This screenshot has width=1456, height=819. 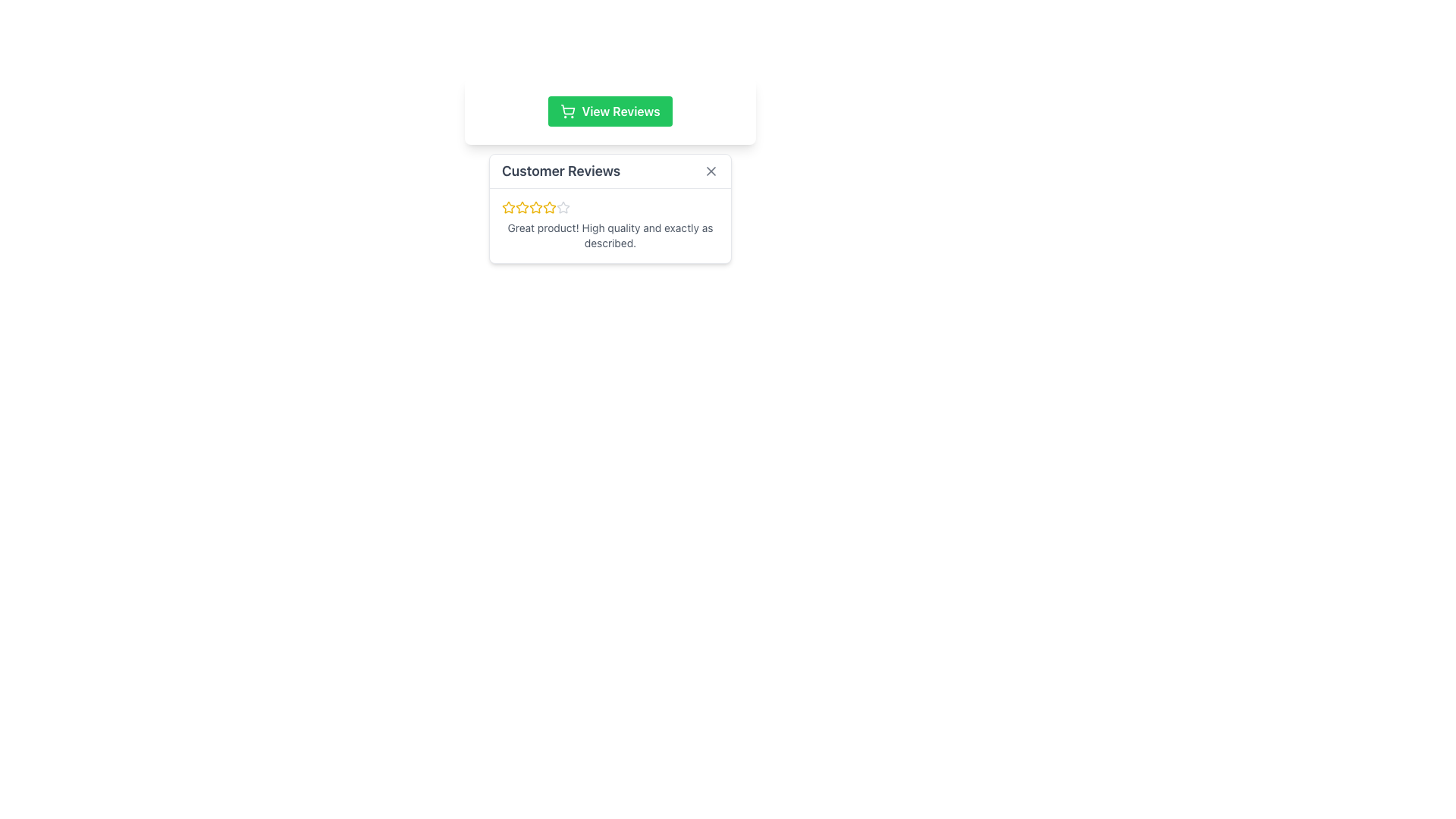 I want to click on the shopping cart icon, which is a green outlined SVG graphic located within the 'View Reviews' button at the top-central section of the interface, so click(x=567, y=108).